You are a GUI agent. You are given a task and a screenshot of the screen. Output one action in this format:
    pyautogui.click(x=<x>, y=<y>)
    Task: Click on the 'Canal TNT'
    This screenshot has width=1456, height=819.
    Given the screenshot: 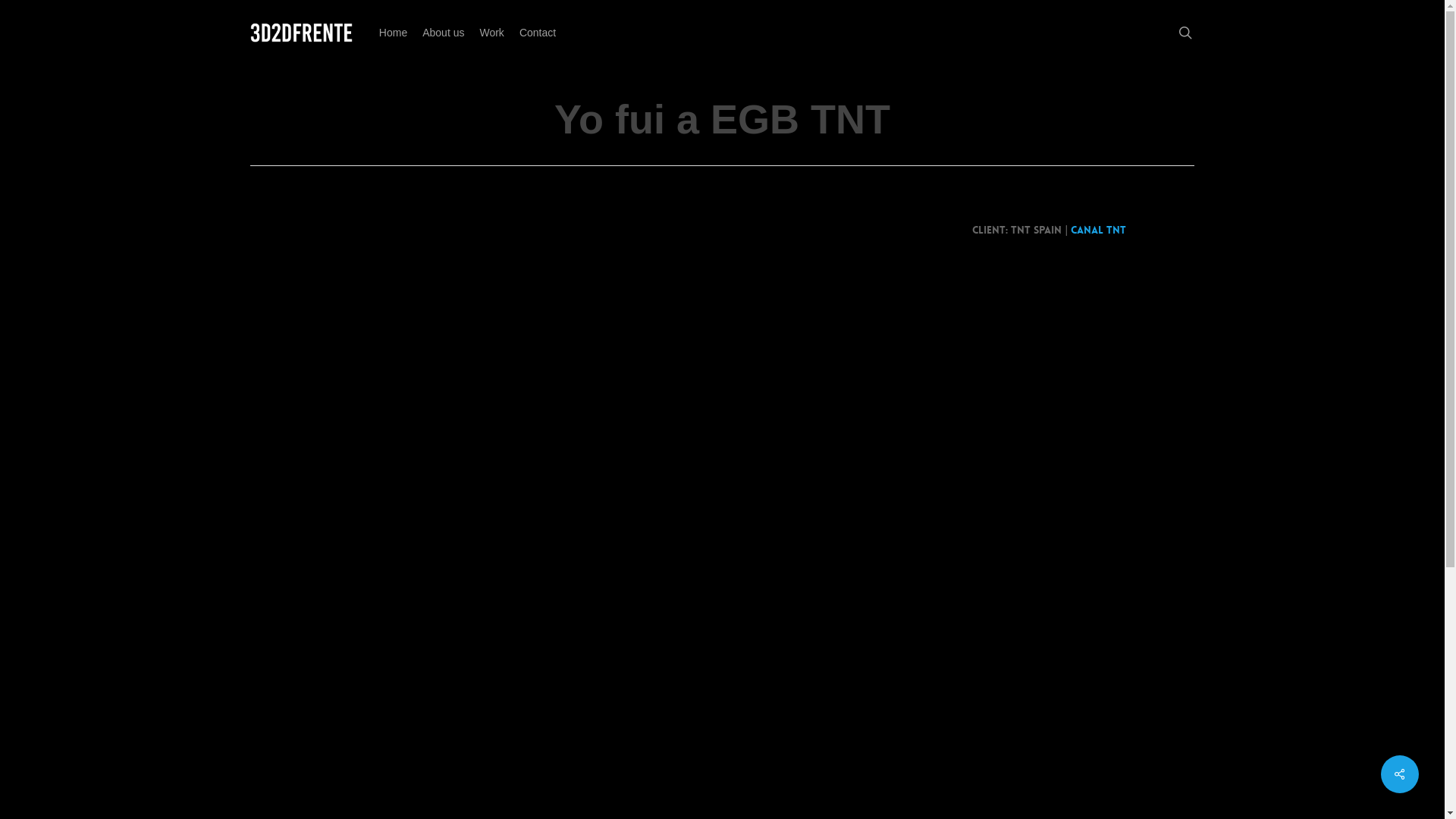 What is the action you would take?
    pyautogui.click(x=1069, y=230)
    